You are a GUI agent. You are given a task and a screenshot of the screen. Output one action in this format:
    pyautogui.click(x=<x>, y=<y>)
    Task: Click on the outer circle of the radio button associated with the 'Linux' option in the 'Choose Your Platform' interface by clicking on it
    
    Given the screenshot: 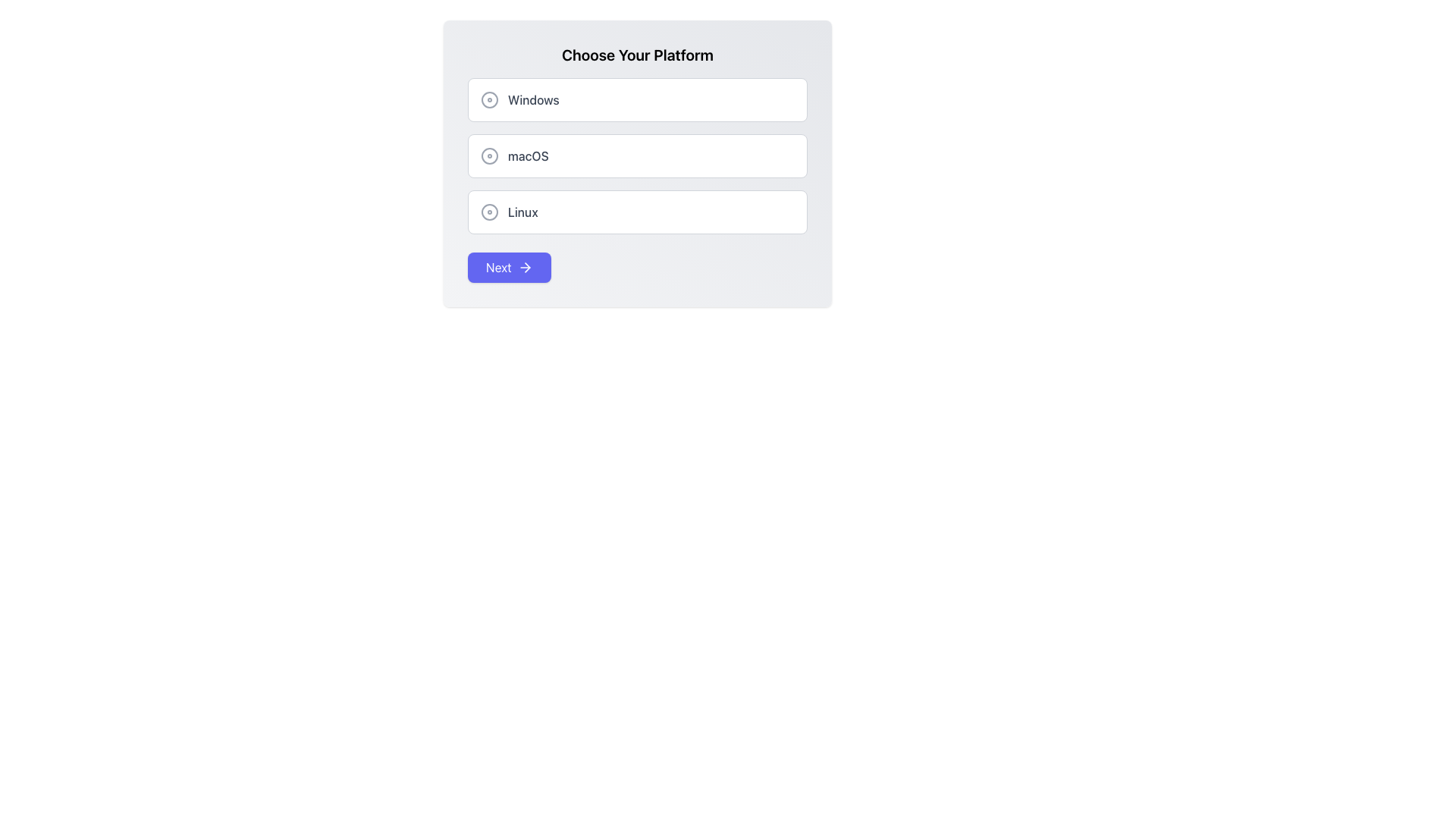 What is the action you would take?
    pyautogui.click(x=490, y=212)
    